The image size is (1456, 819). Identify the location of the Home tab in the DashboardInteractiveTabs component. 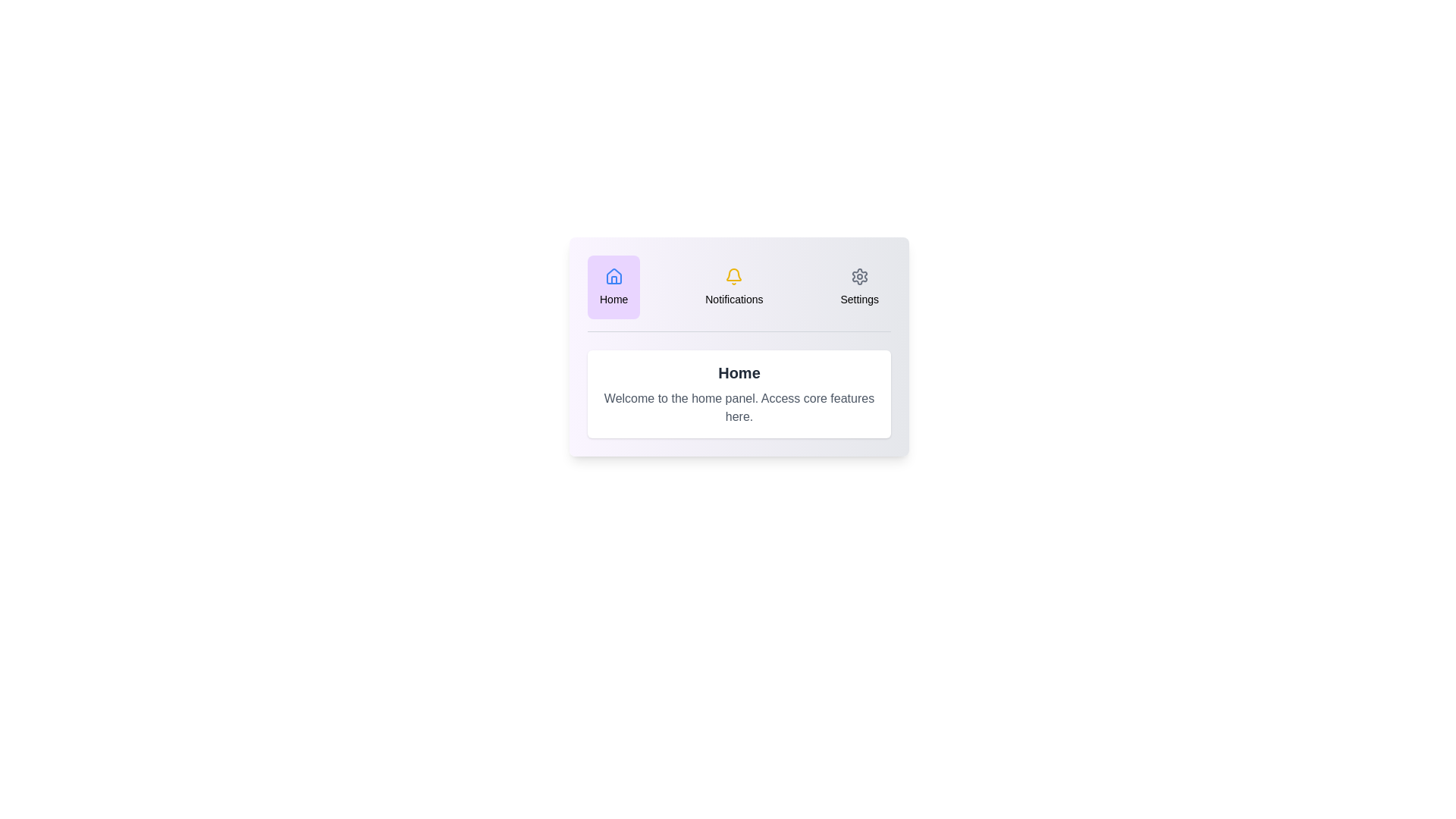
(613, 287).